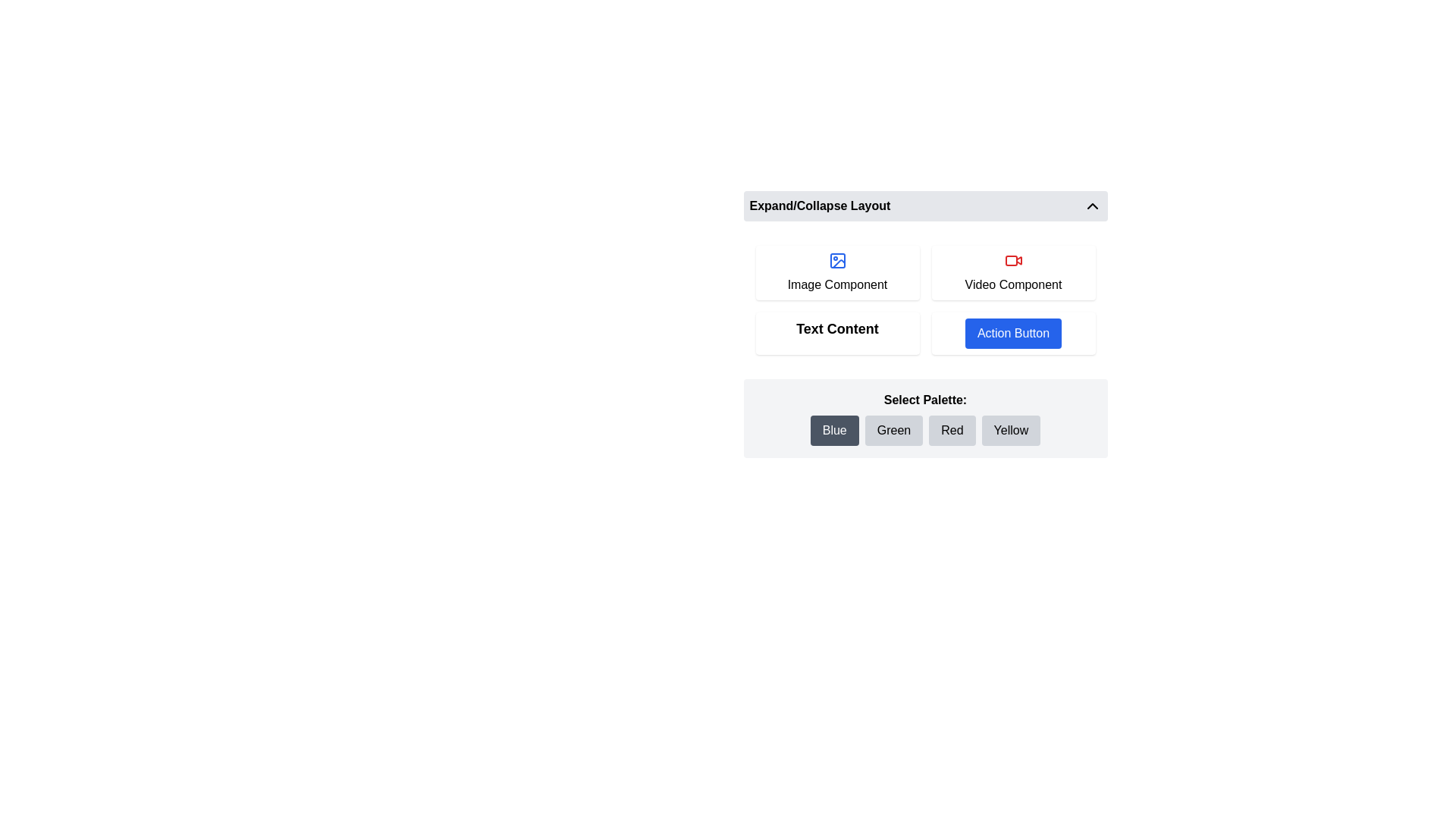  I want to click on the 'Red' color selection button, which is the third button in a row of four buttons labeled 'Blue', 'Green', 'Red', and 'Yellow', located in the 'Select Palette:' section, so click(951, 430).